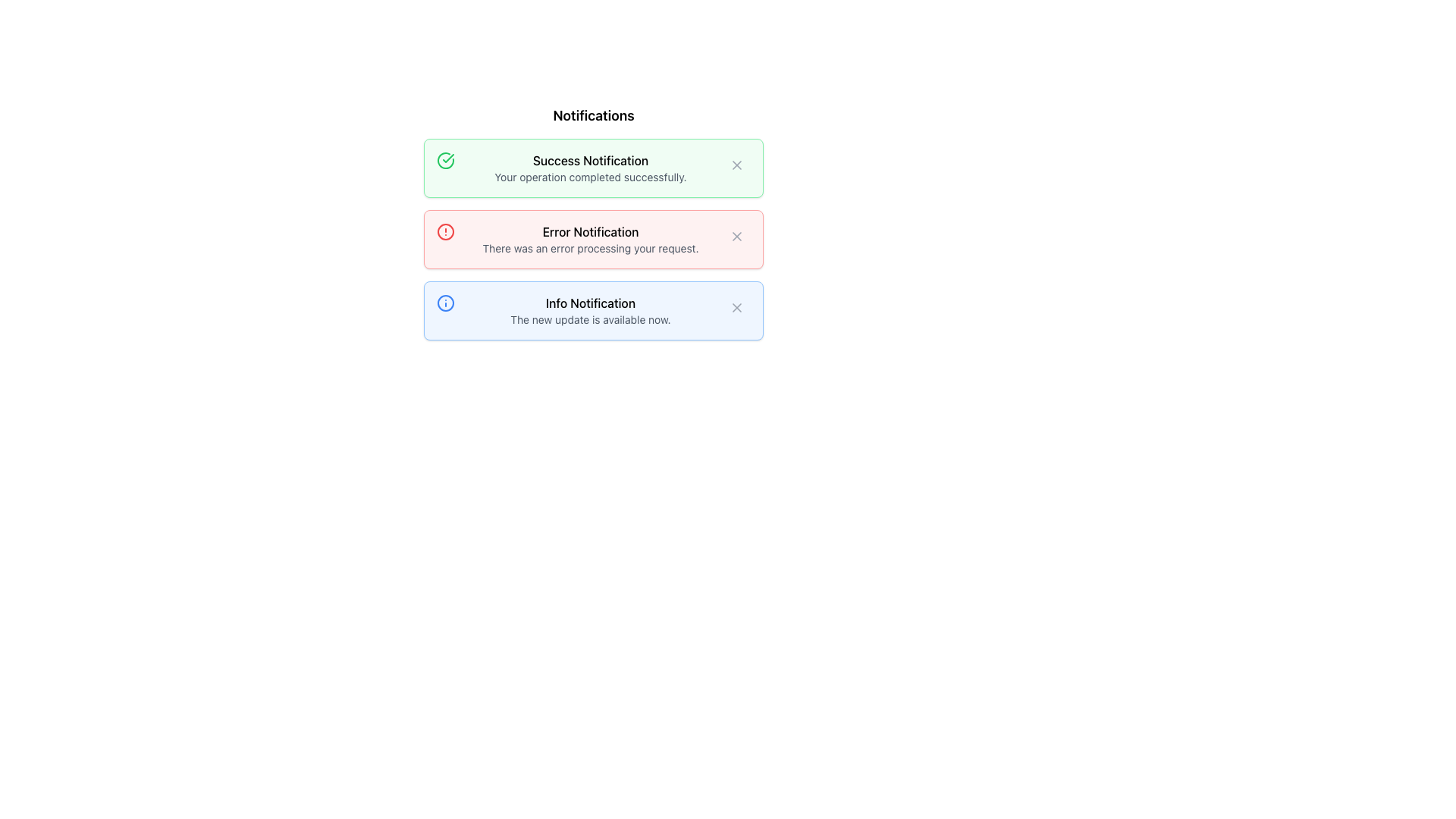  I want to click on the circular icon with a blue outline that features a central dot and a short vertical line beneath it, located on the far left of the 'Info Notification' box in the third row of the notification list, so click(445, 303).